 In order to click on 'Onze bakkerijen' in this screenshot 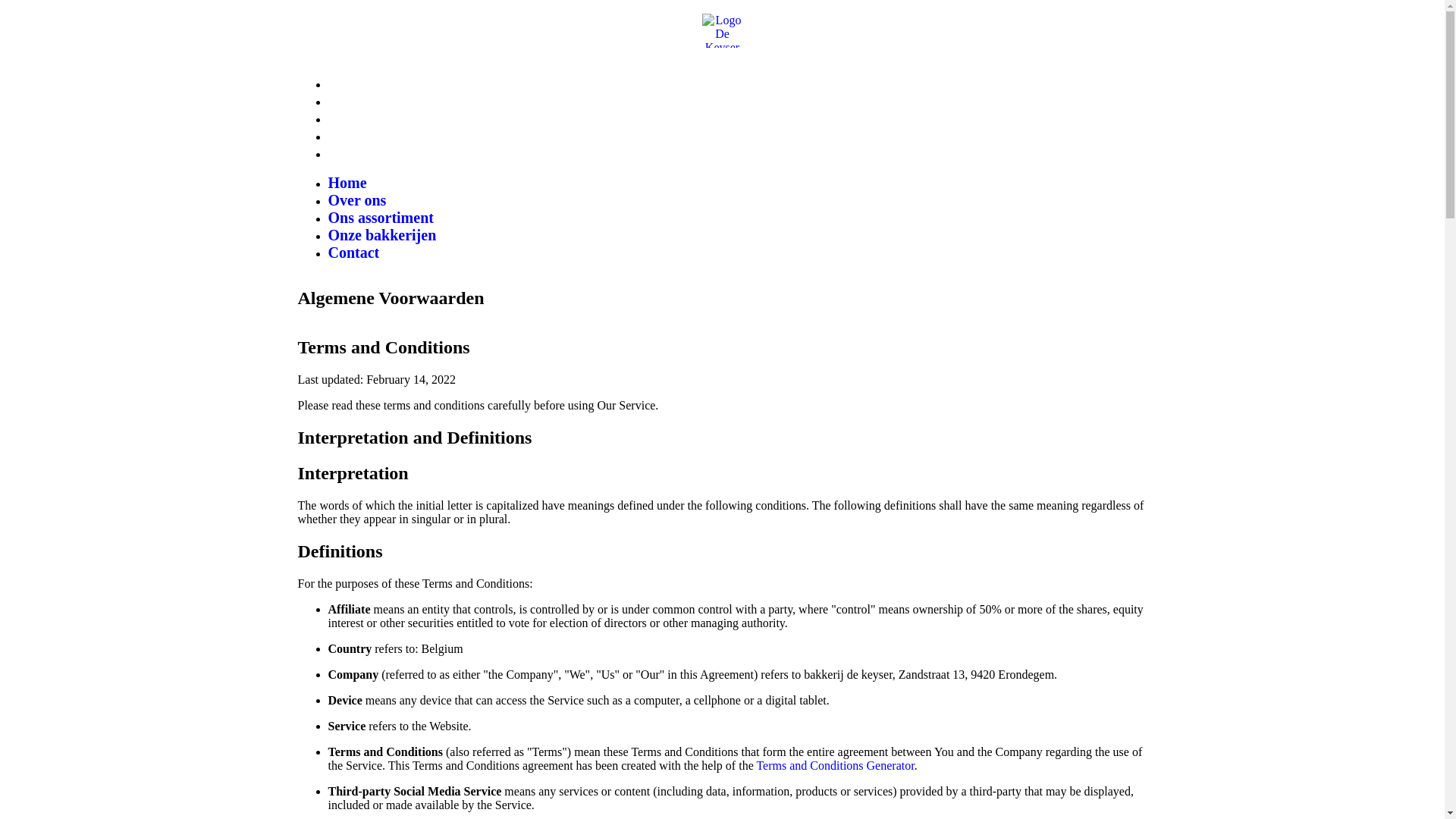, I will do `click(381, 234)`.